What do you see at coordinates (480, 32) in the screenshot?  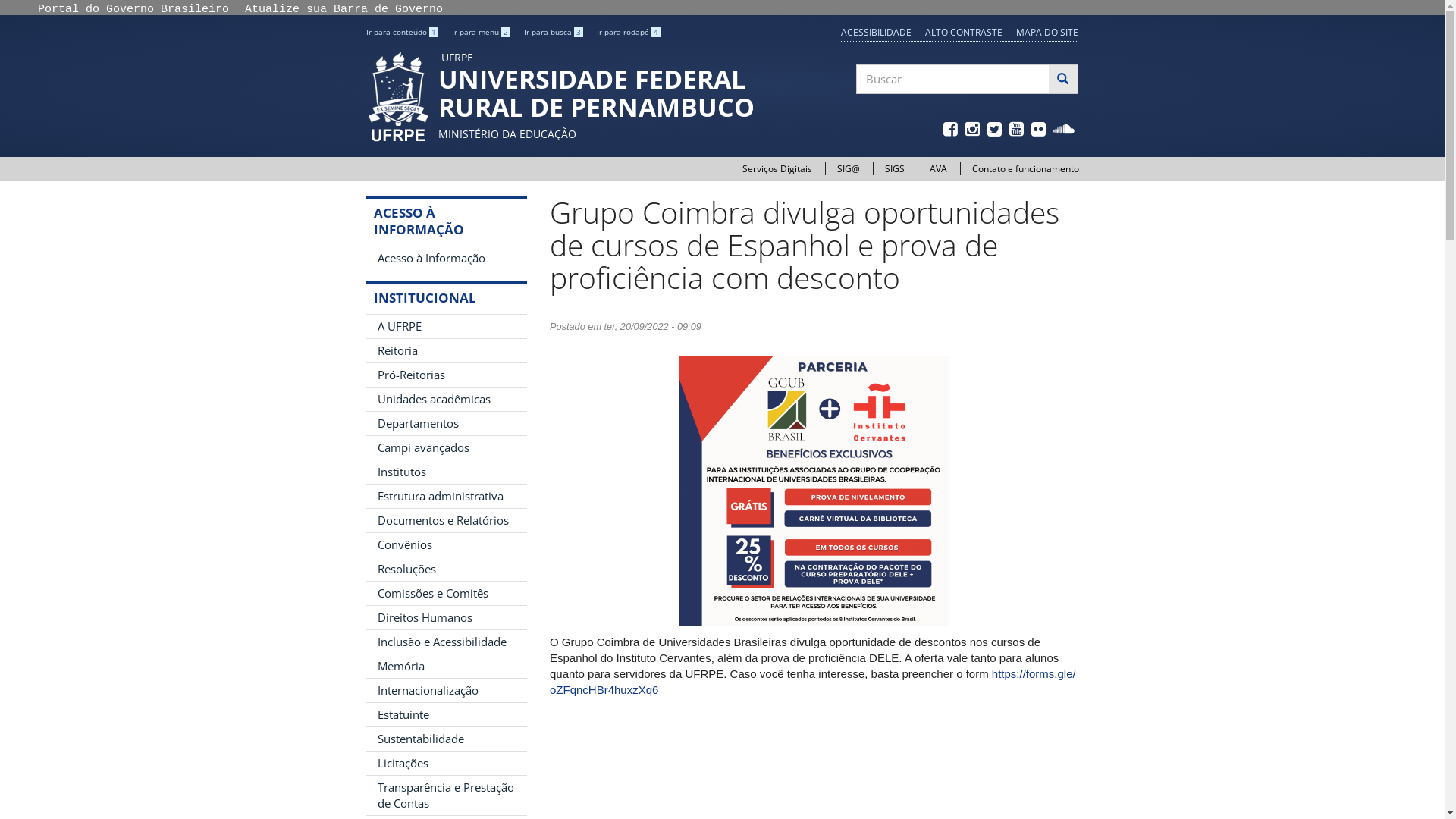 I see `'Ir para menu 2'` at bounding box center [480, 32].